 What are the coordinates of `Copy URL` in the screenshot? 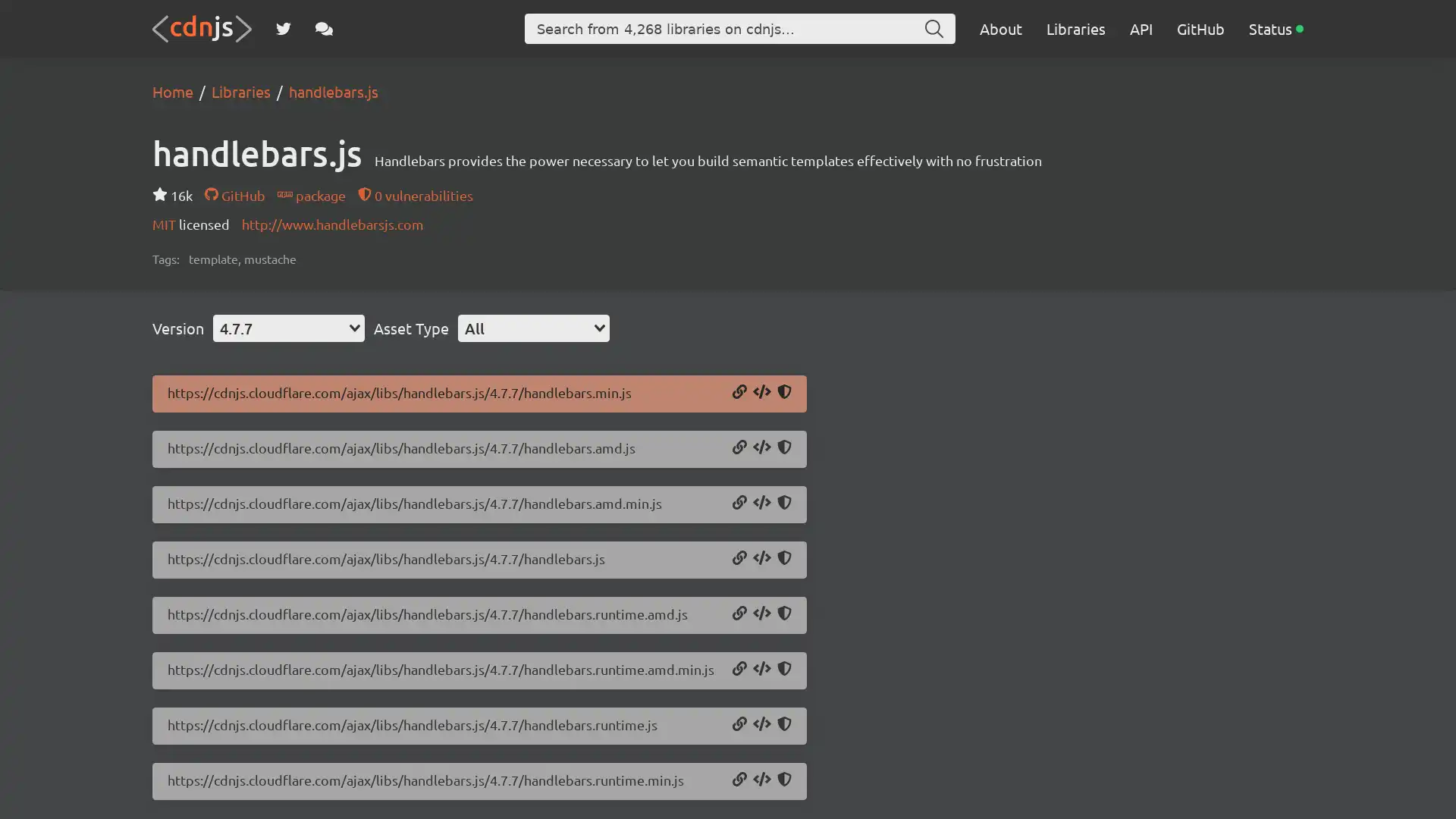 It's located at (739, 559).